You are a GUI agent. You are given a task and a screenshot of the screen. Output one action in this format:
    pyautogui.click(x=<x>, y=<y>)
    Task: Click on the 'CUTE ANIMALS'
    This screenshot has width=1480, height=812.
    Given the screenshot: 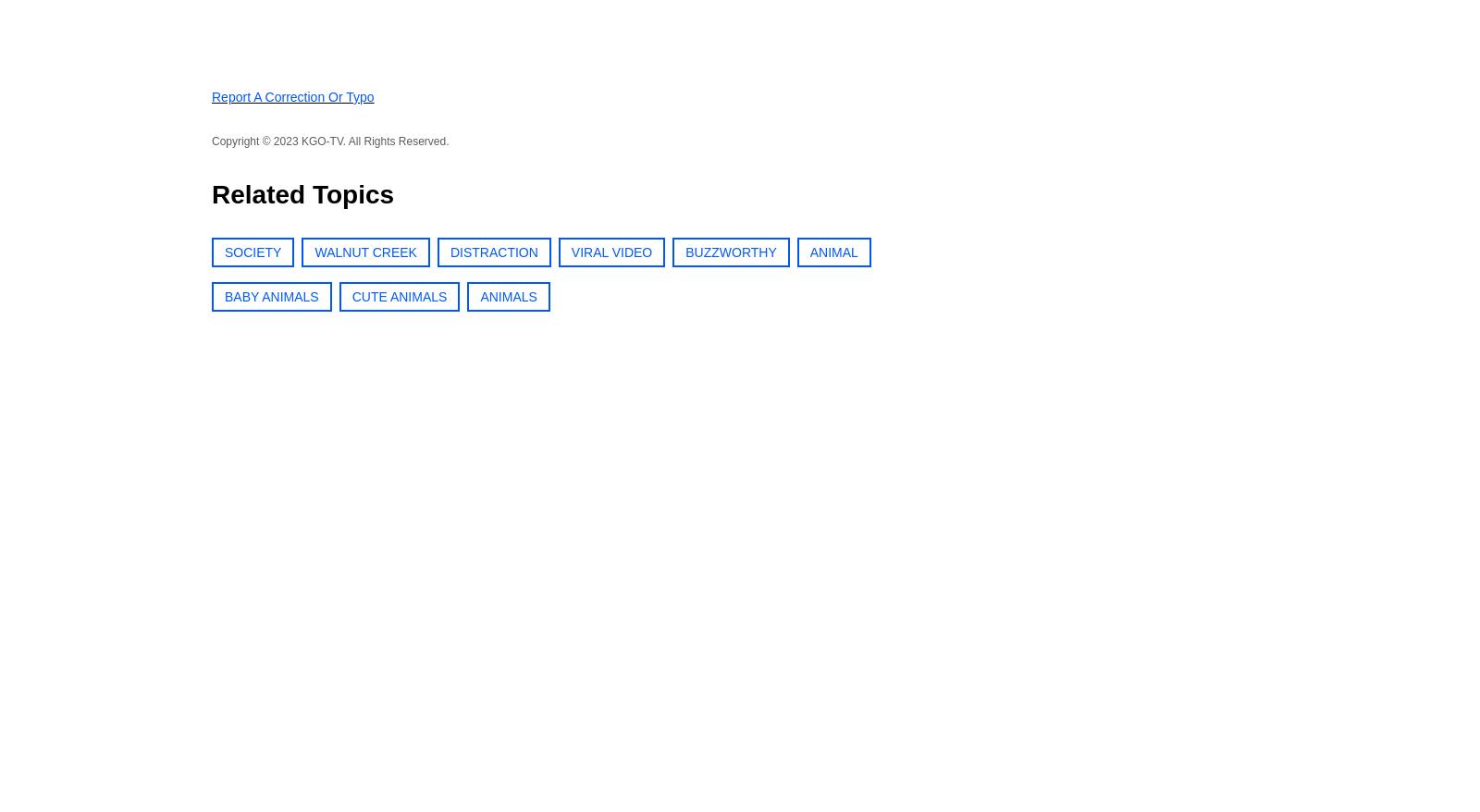 What is the action you would take?
    pyautogui.click(x=398, y=296)
    